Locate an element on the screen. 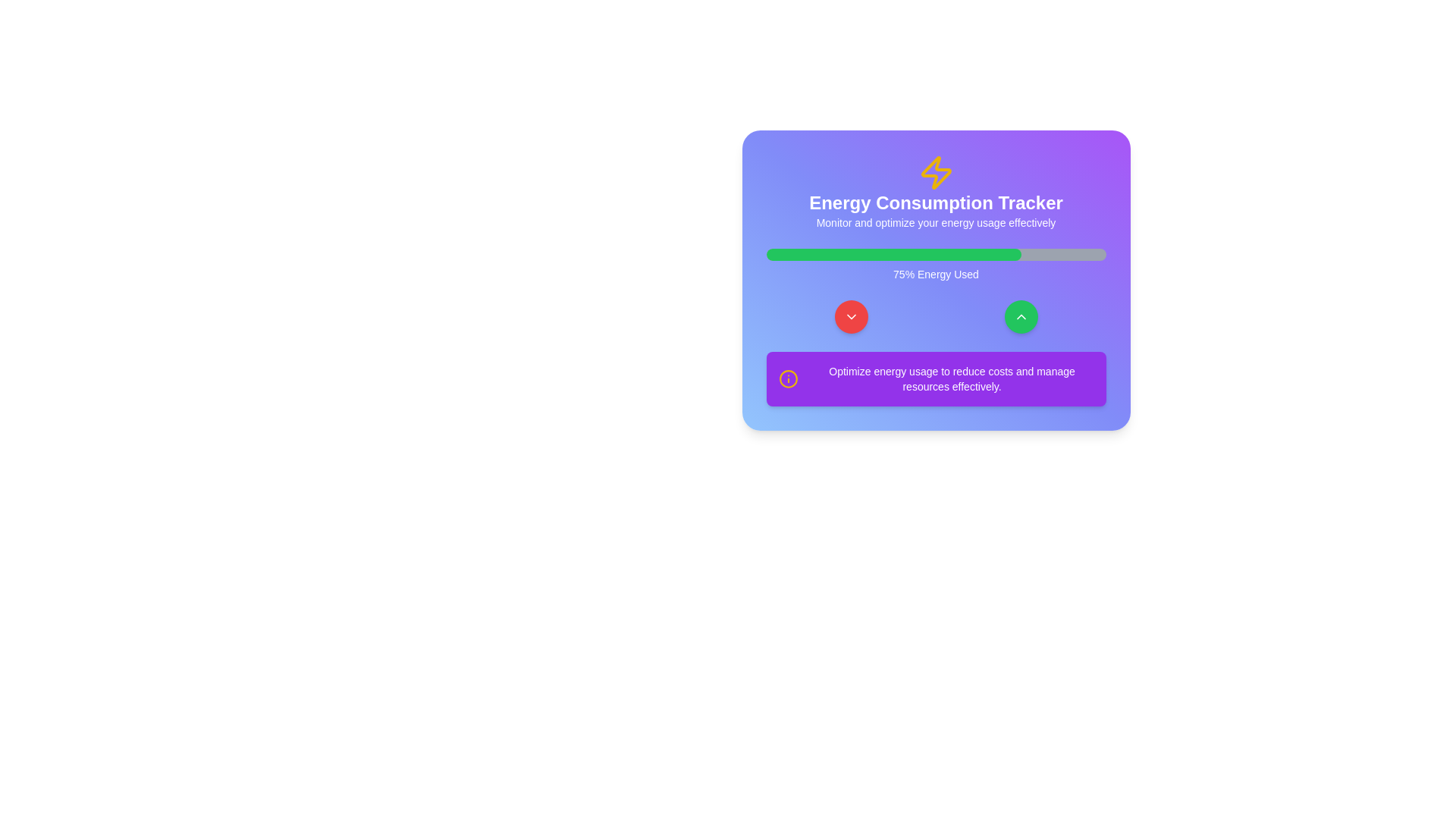  the informational icon located on the left side of the purple section, adjacent to the paragraph about optimizing energy usage is located at coordinates (788, 378).